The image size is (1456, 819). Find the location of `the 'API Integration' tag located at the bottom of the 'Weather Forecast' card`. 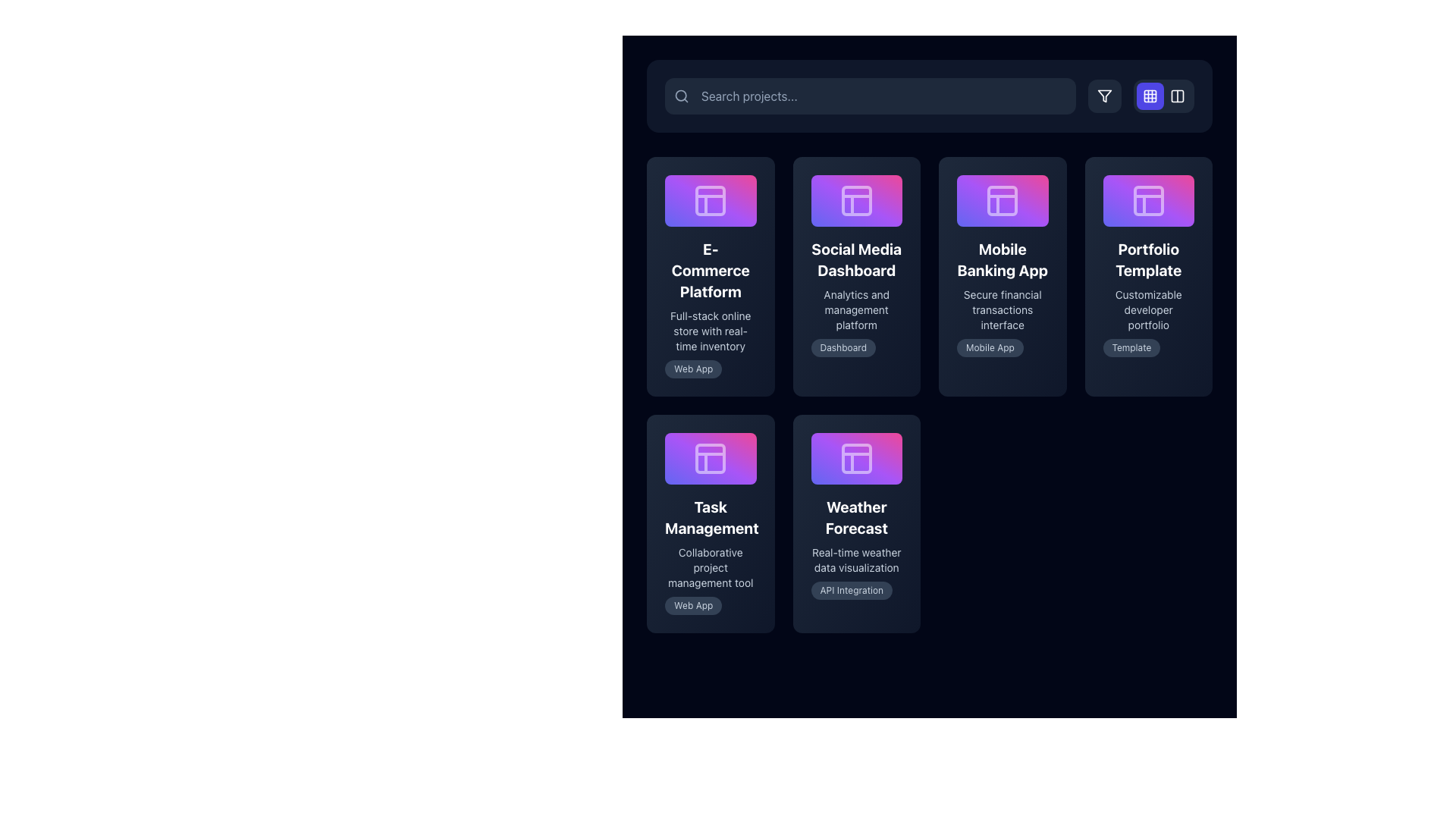

the 'API Integration' tag located at the bottom of the 'Weather Forecast' card is located at coordinates (856, 589).